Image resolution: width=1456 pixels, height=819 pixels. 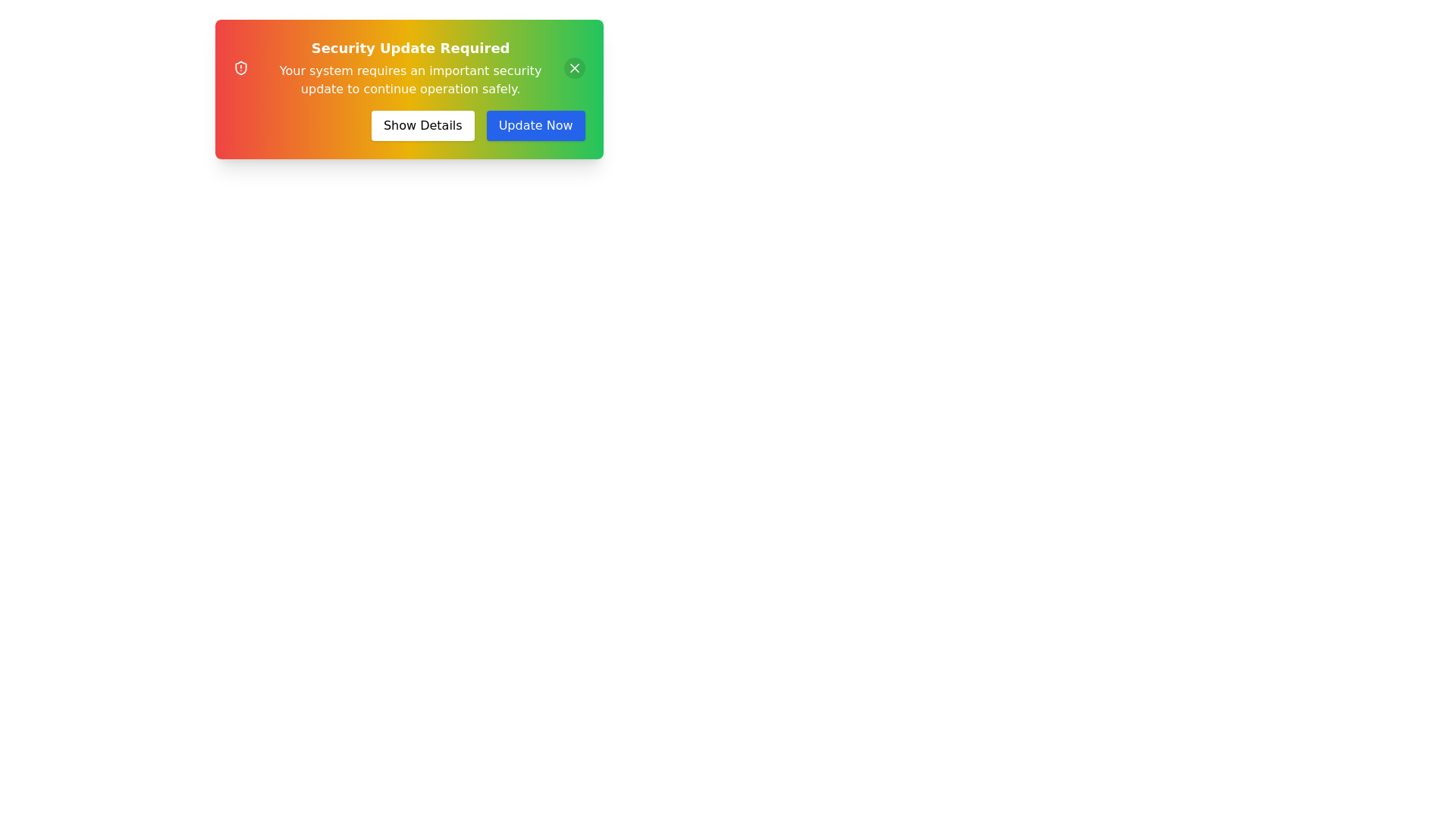 What do you see at coordinates (573, 67) in the screenshot?
I see `the close button to close the alert` at bounding box center [573, 67].